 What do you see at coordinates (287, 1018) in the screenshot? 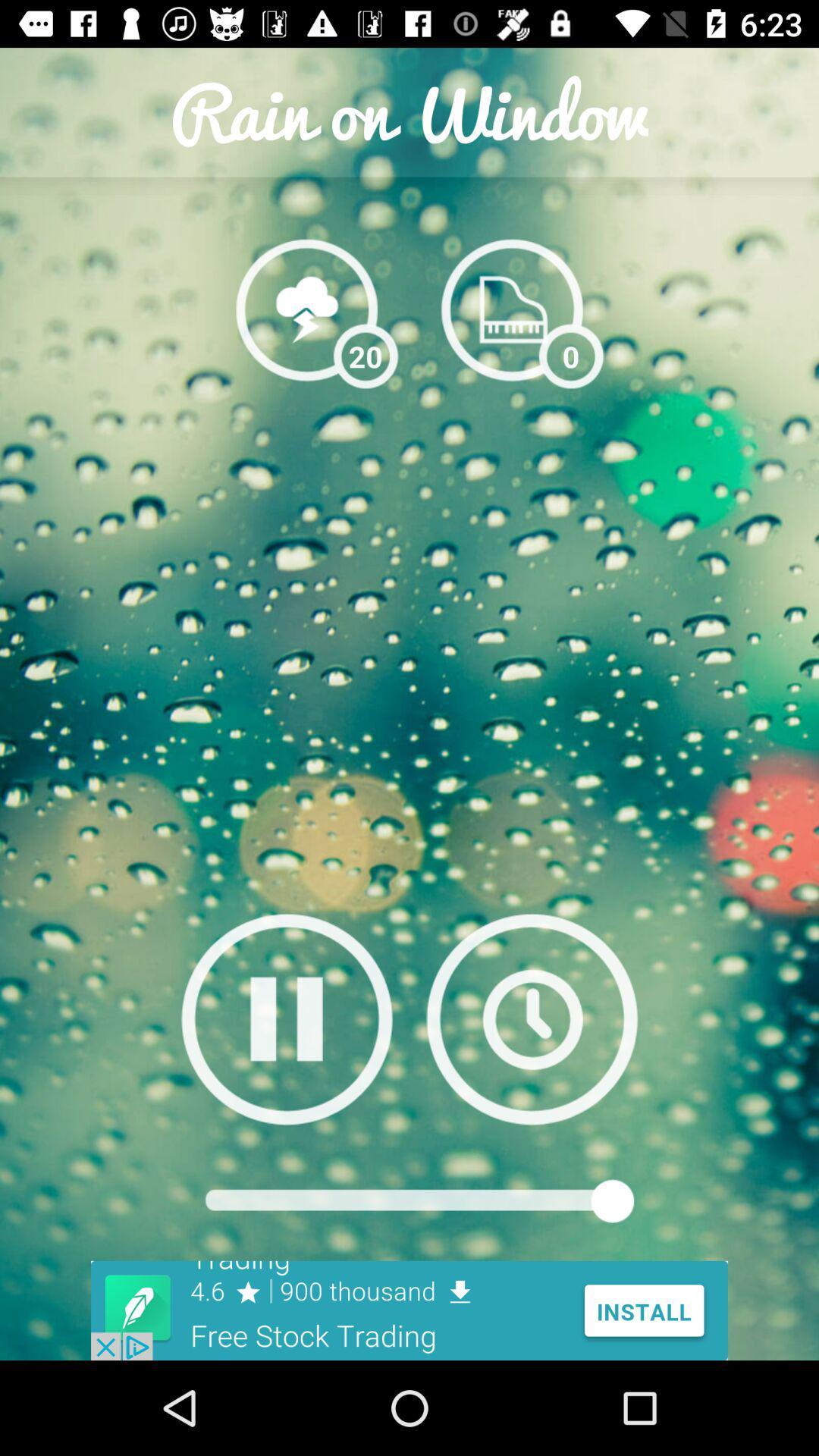
I see `the audio` at bounding box center [287, 1018].